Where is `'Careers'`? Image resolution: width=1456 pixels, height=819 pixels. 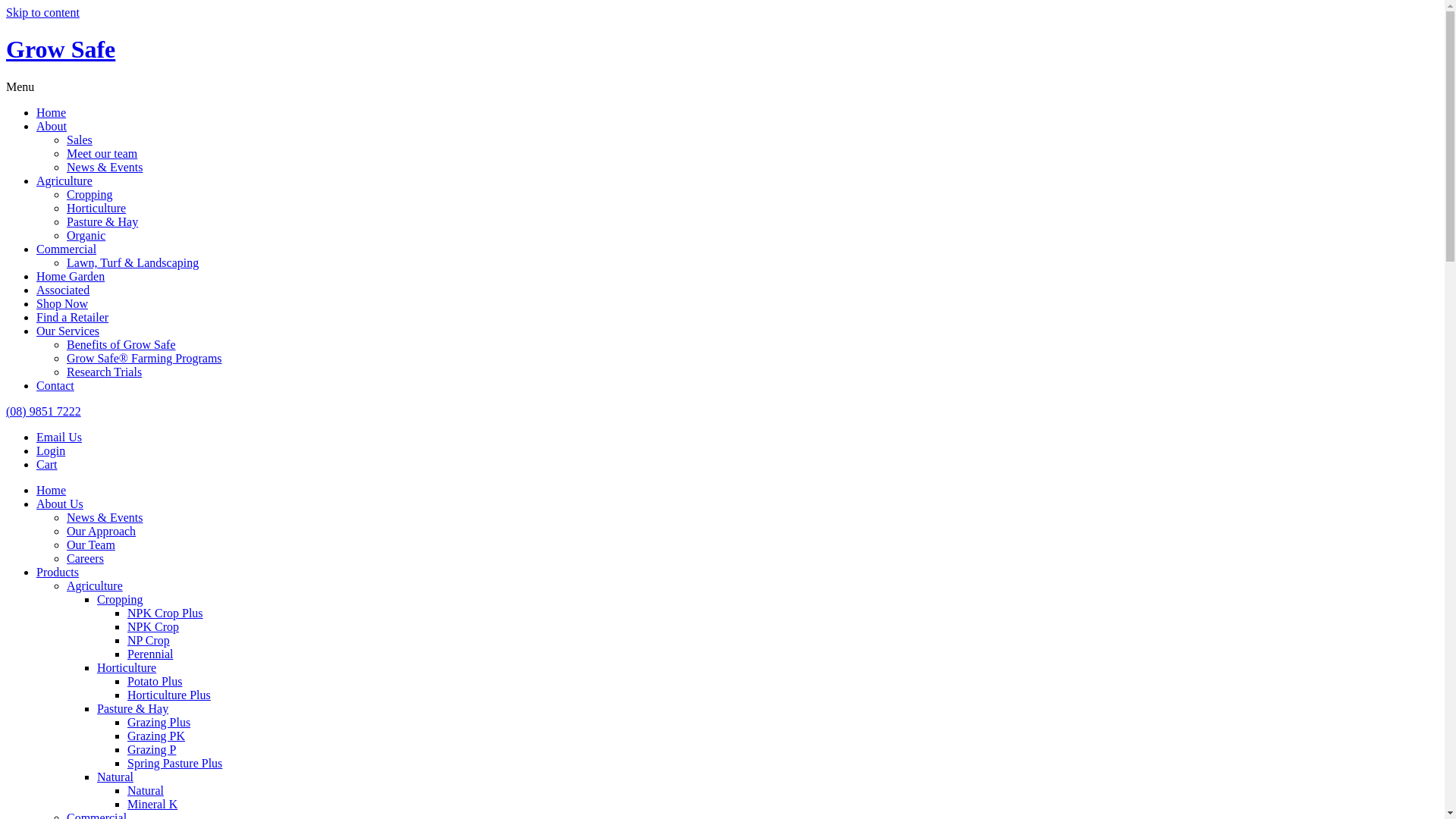 'Careers' is located at coordinates (84, 558).